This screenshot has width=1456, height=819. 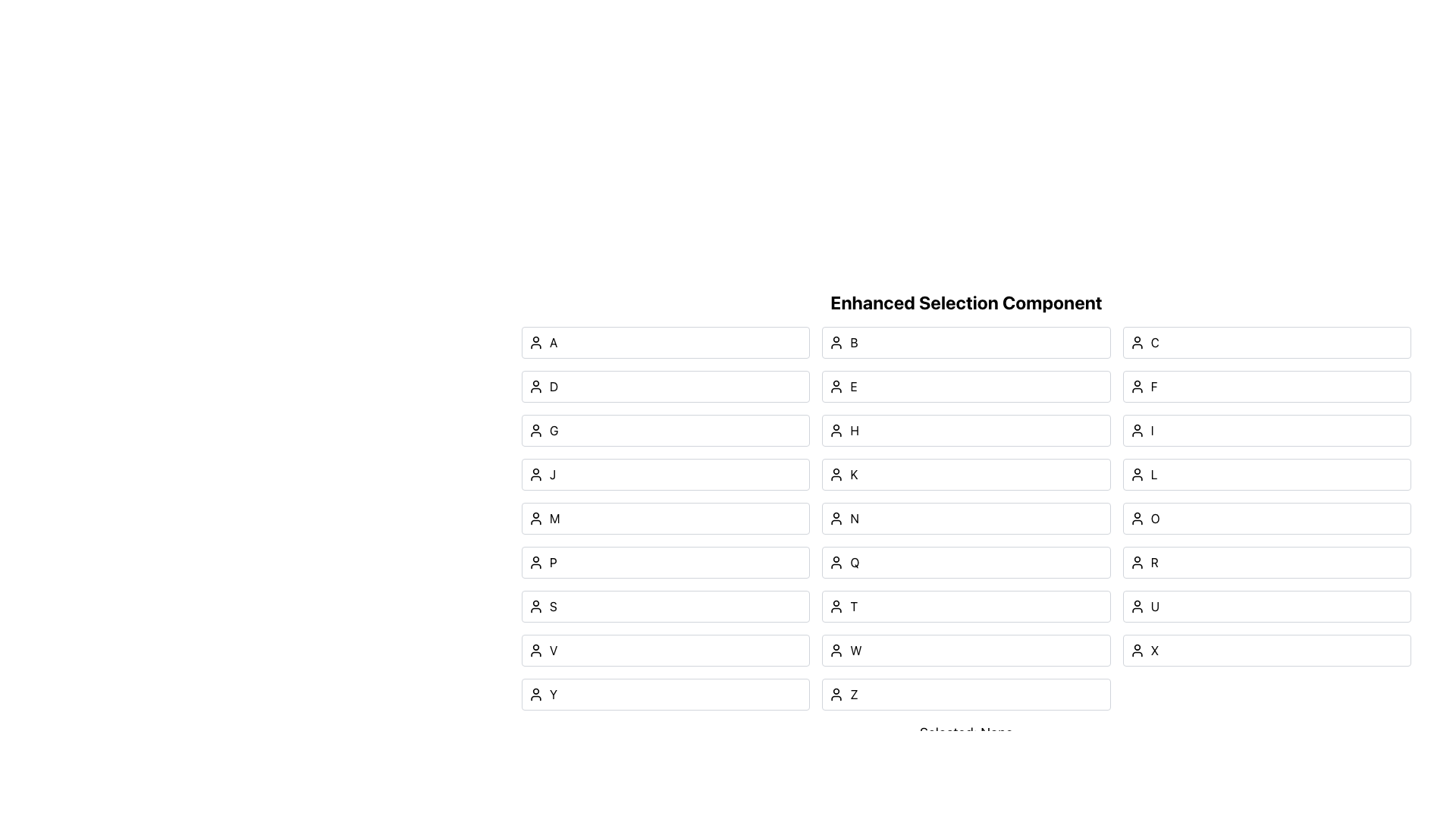 What do you see at coordinates (535, 342) in the screenshot?
I see `the user profile icon located inside the rectangular box labeled 'A' in the first column and first row of the grid layout` at bounding box center [535, 342].